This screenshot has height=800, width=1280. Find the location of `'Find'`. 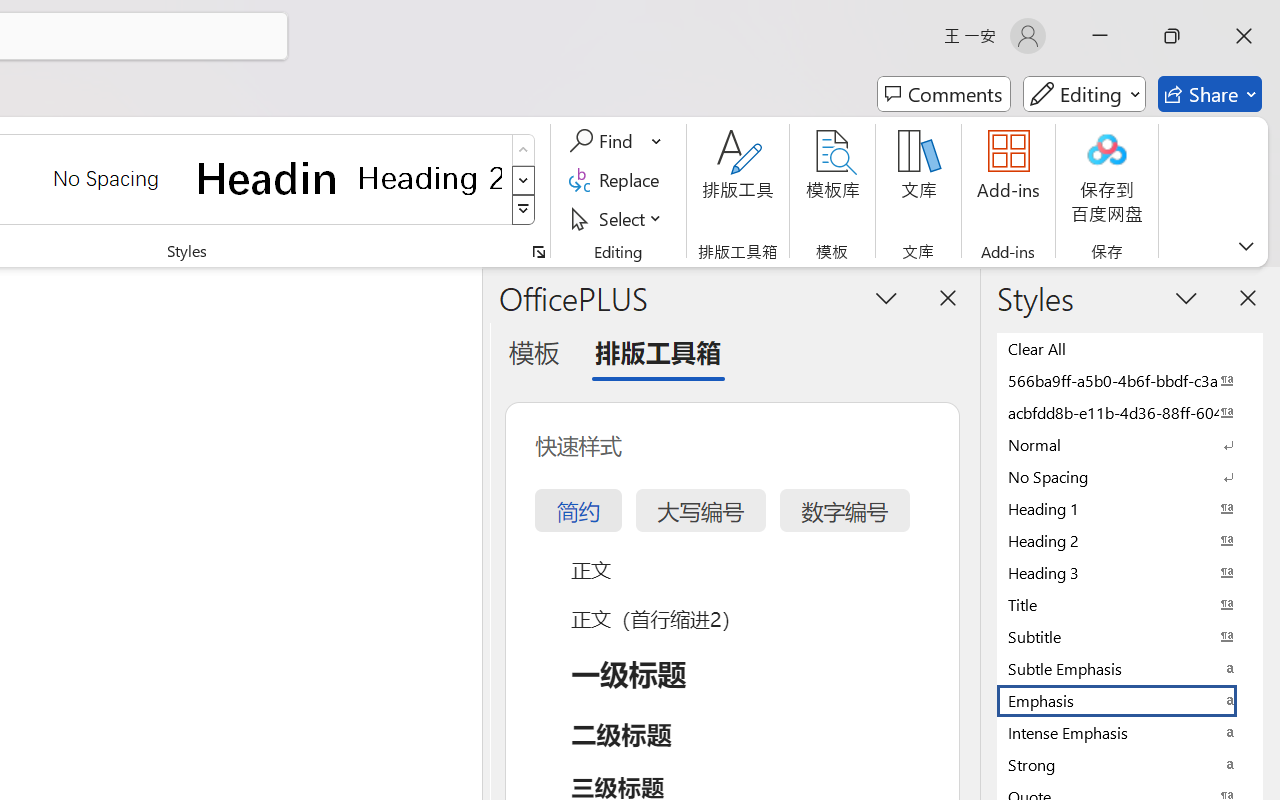

'Find' is located at coordinates (615, 141).